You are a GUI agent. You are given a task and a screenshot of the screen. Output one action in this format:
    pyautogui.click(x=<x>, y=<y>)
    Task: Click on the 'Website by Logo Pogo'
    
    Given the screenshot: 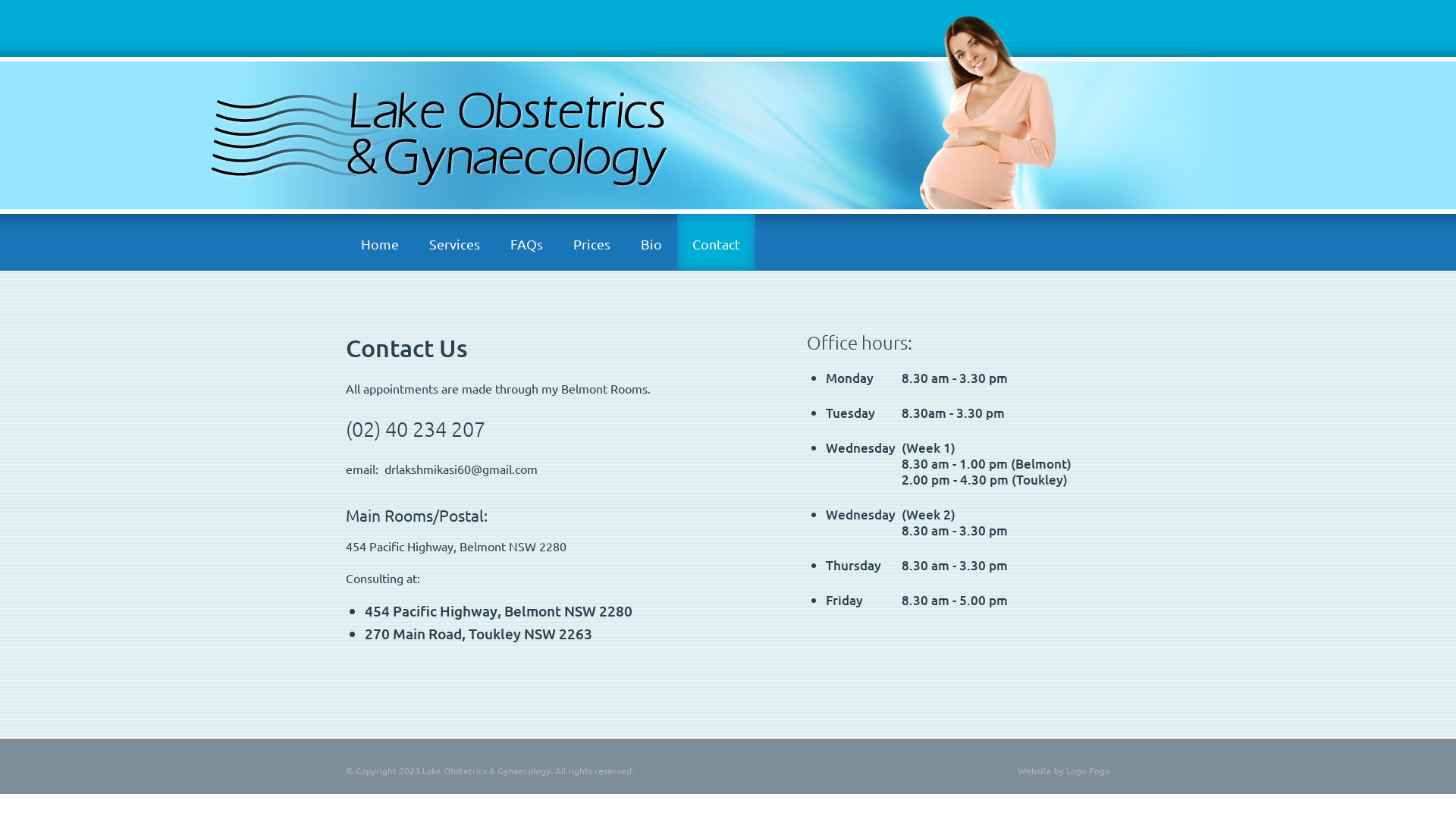 What is the action you would take?
    pyautogui.click(x=1062, y=770)
    